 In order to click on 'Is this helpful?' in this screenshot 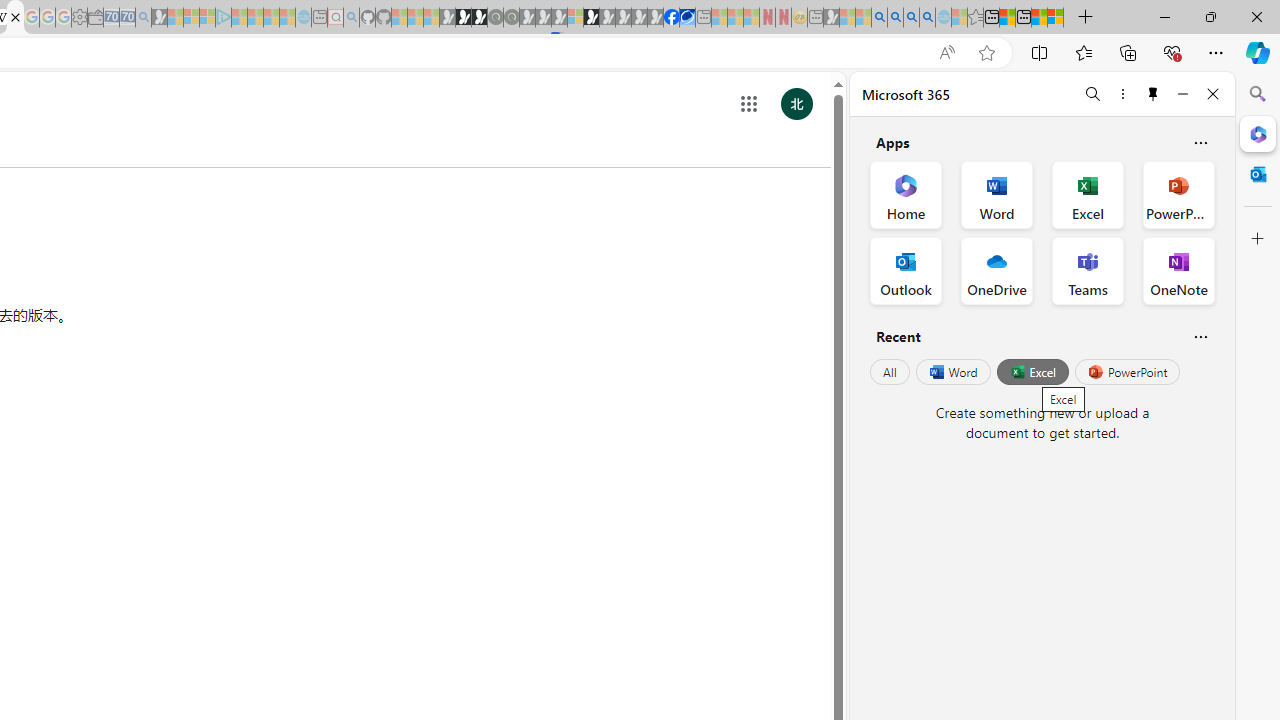, I will do `click(1200, 335)`.